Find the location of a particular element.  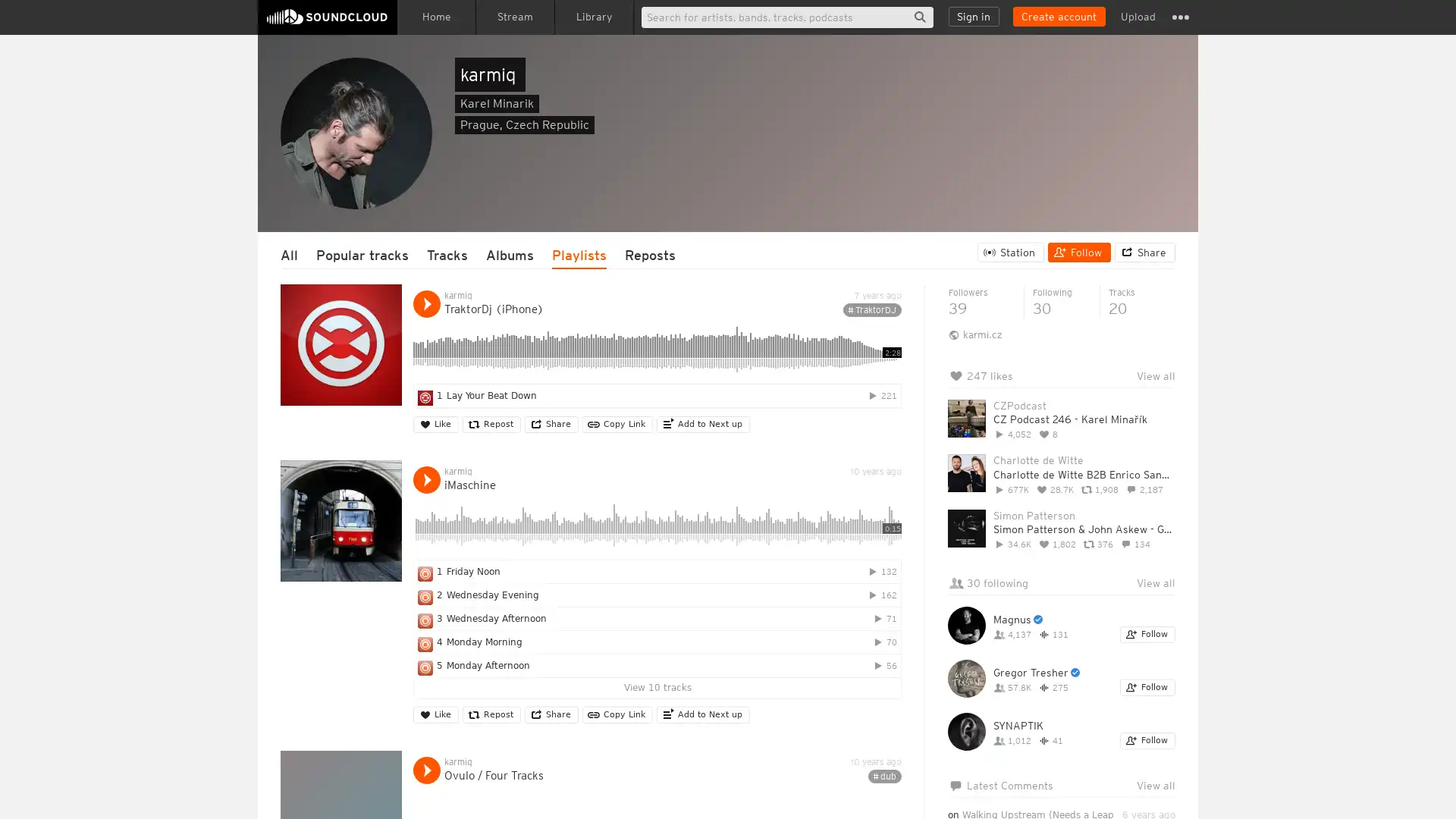

Follow is located at coordinates (1078, 251).